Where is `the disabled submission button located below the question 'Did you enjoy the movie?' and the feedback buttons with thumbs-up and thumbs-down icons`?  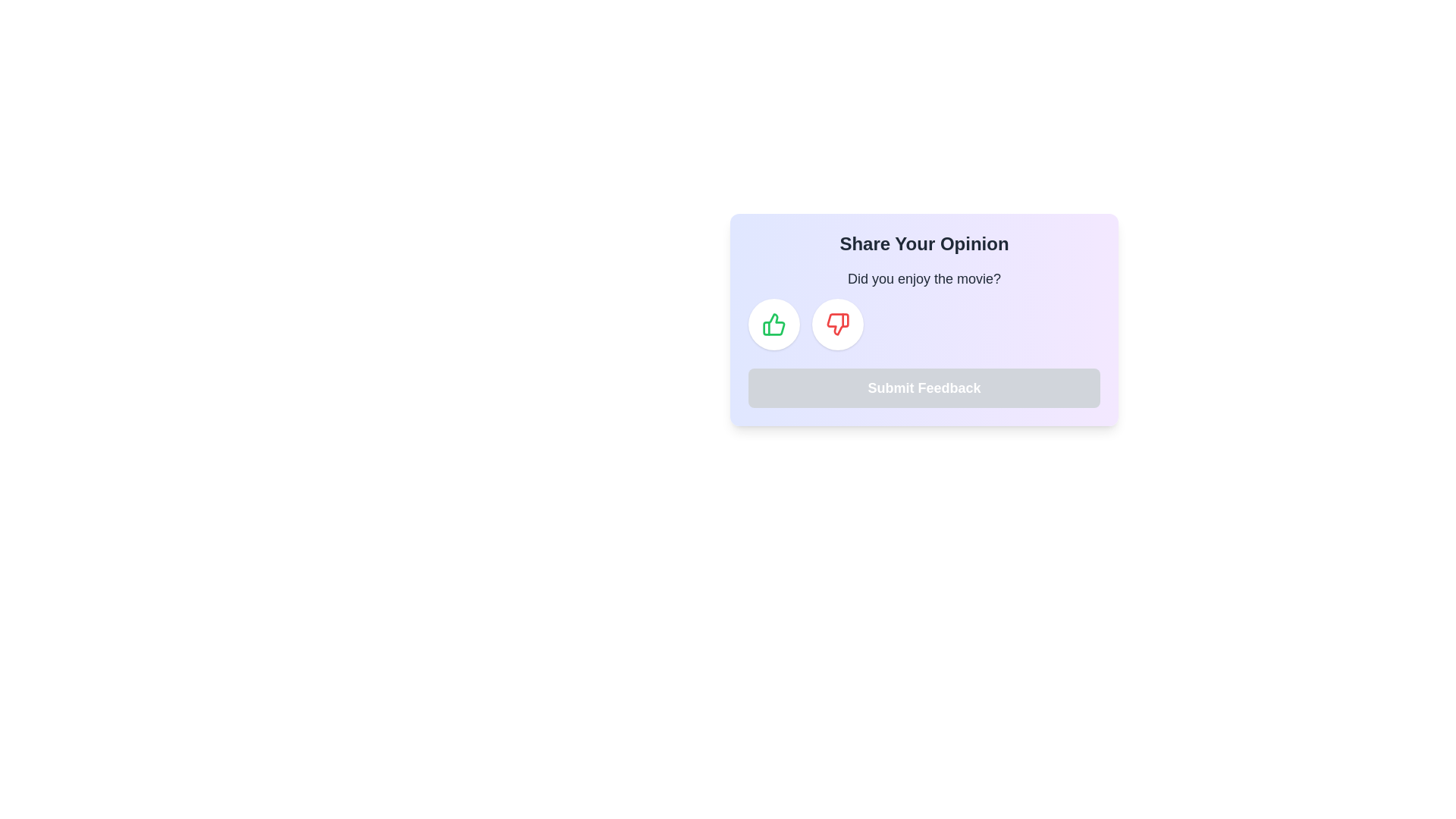 the disabled submission button located below the question 'Did you enjoy the movie?' and the feedback buttons with thumbs-up and thumbs-down icons is located at coordinates (924, 388).